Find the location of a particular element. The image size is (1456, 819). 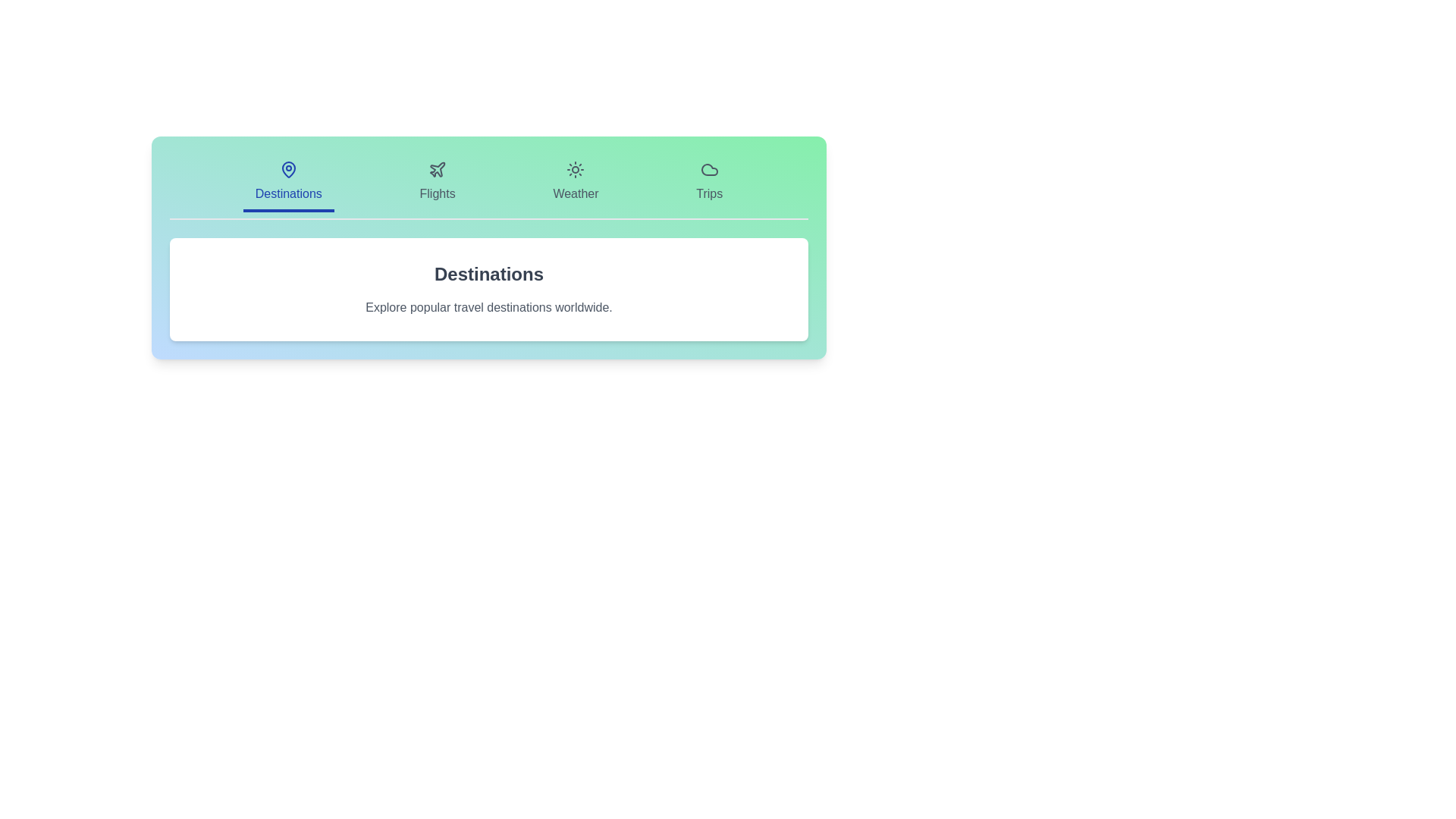

the tab labeled Destinations is located at coordinates (288, 183).